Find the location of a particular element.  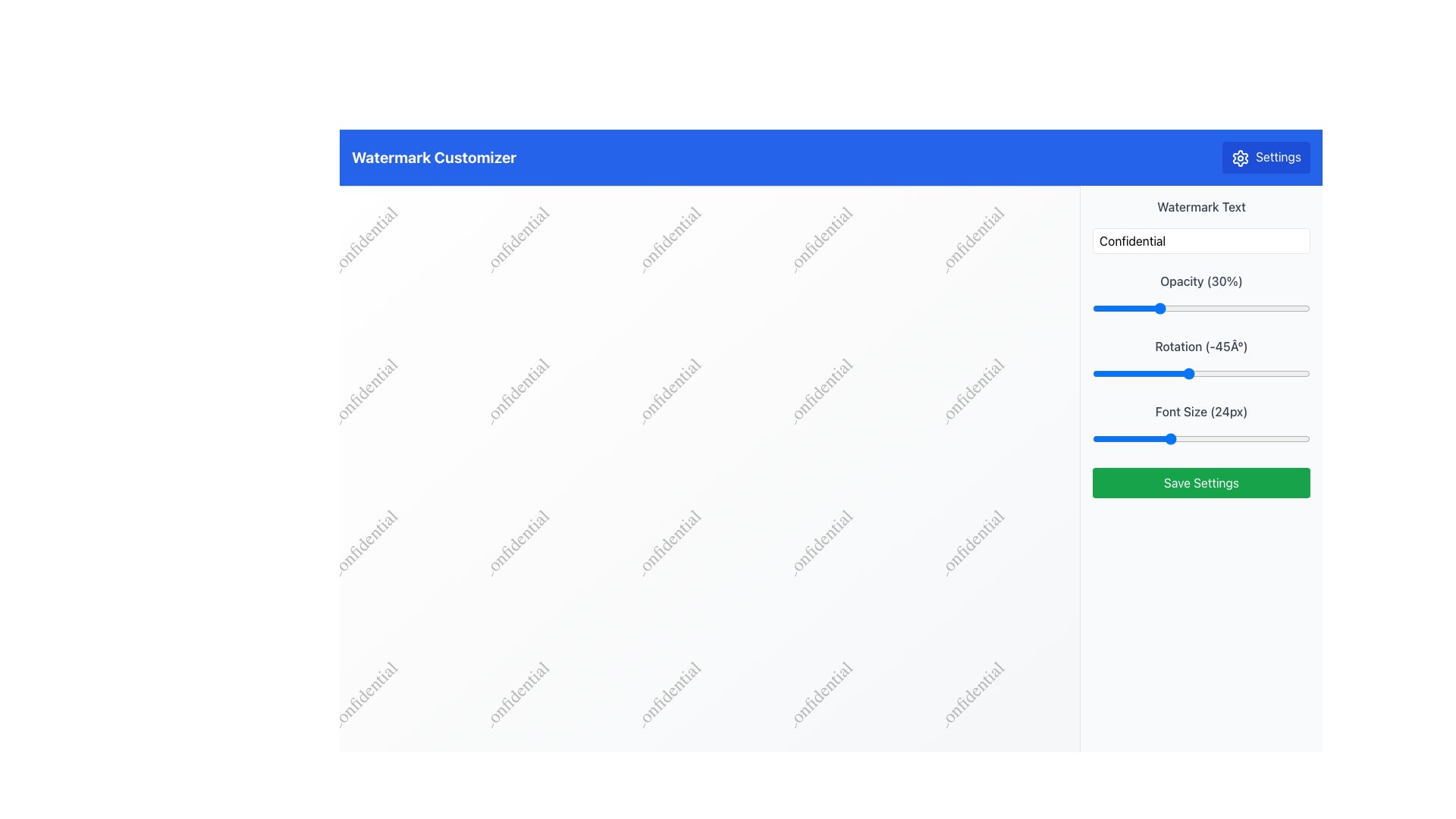

rotation is located at coordinates (1128, 373).